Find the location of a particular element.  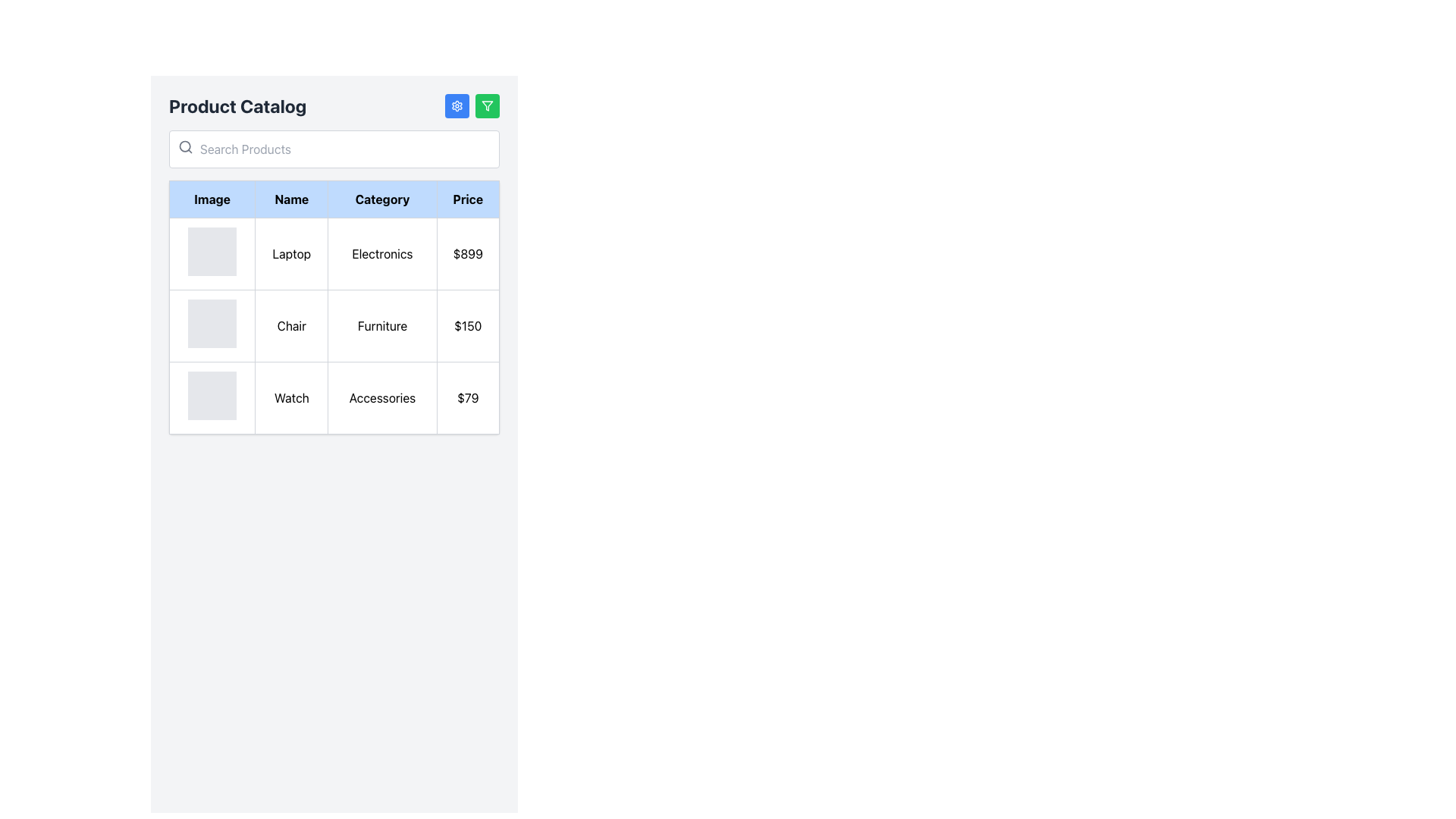

the header cell with a light blue background and black bold text reading 'Price', located in the last column of the table header is located at coordinates (467, 198).